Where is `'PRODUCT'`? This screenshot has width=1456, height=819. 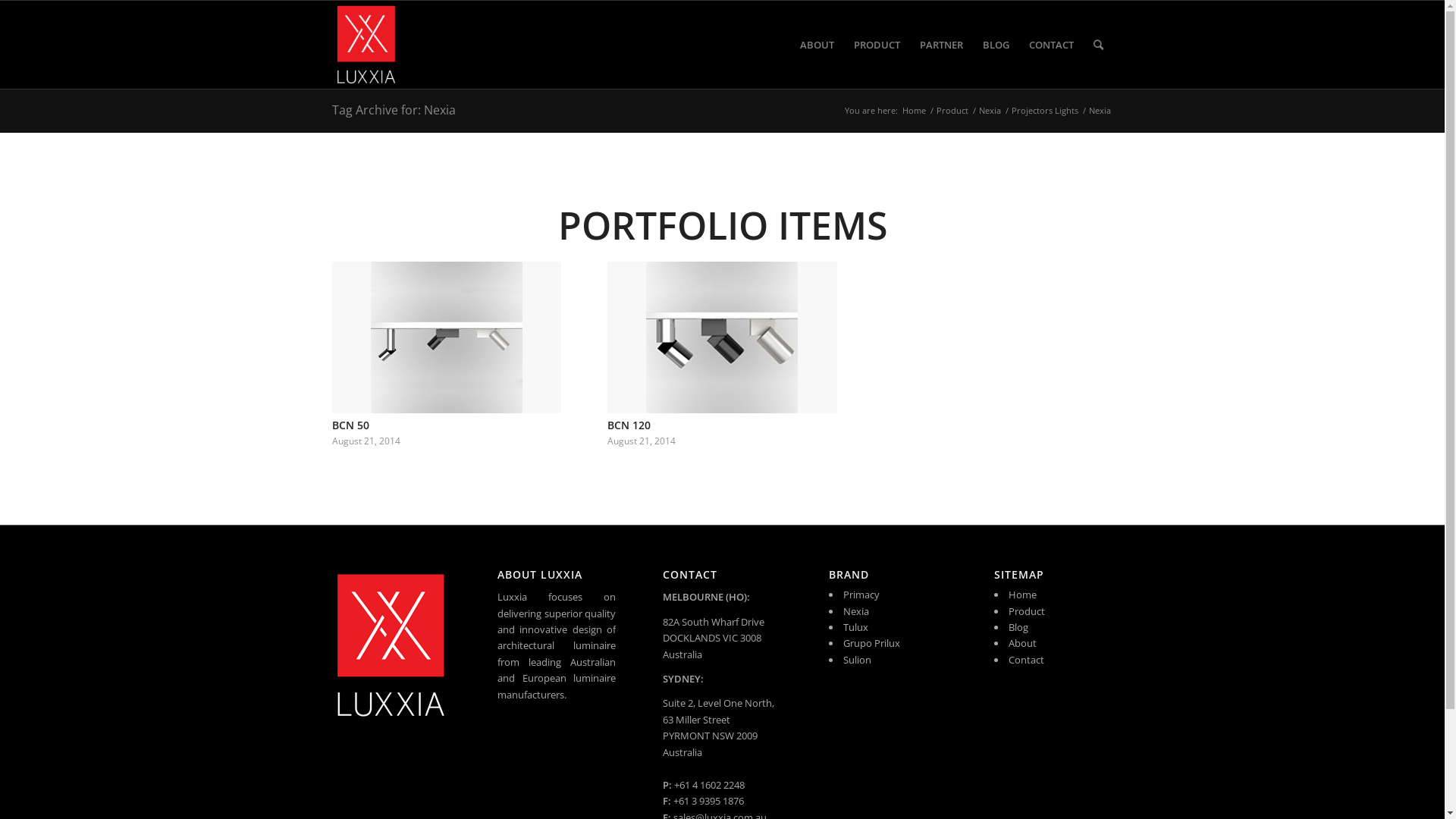 'PRODUCT' is located at coordinates (876, 43).